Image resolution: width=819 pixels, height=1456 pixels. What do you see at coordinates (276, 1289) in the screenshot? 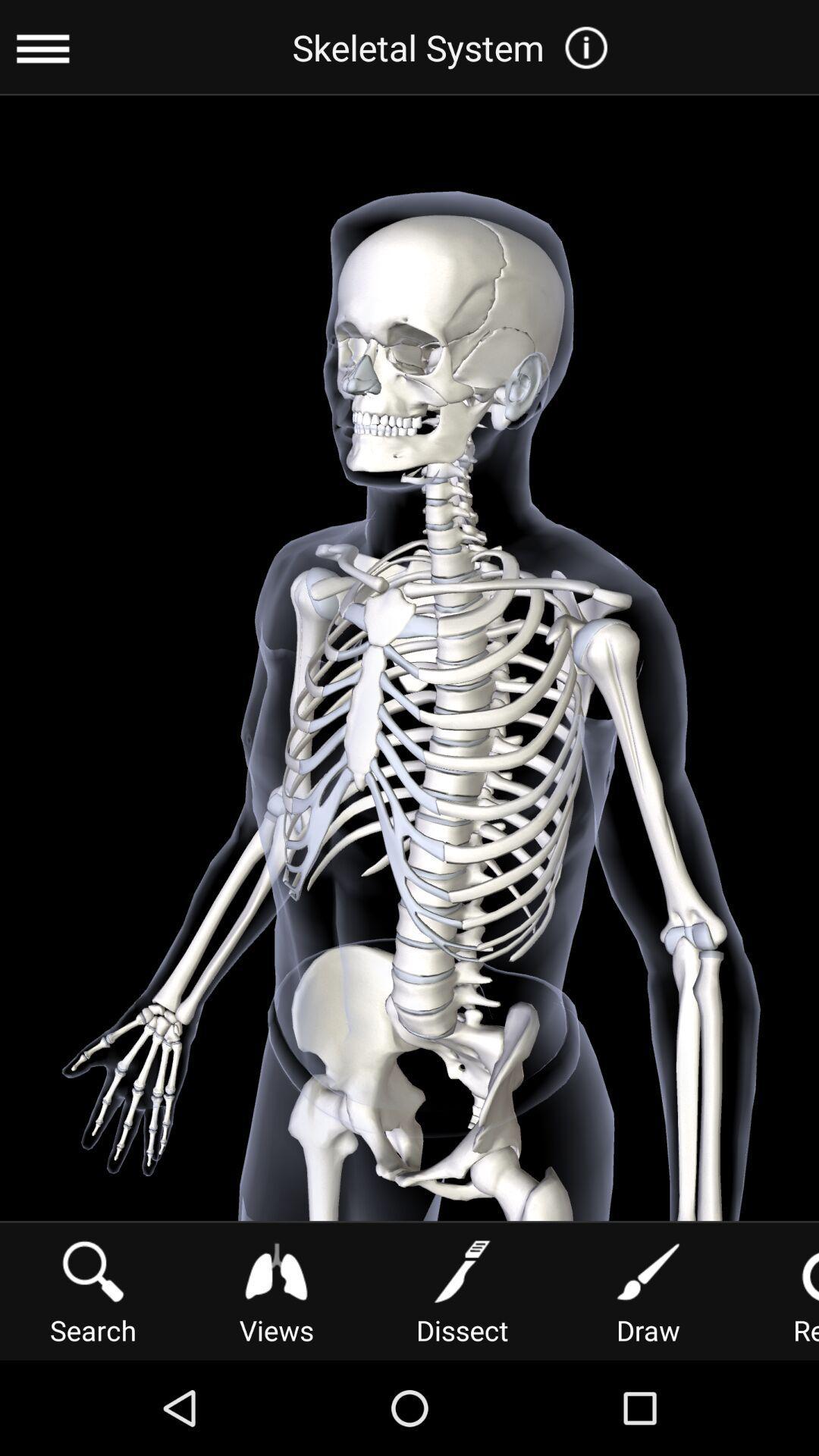
I see `views icon` at bounding box center [276, 1289].